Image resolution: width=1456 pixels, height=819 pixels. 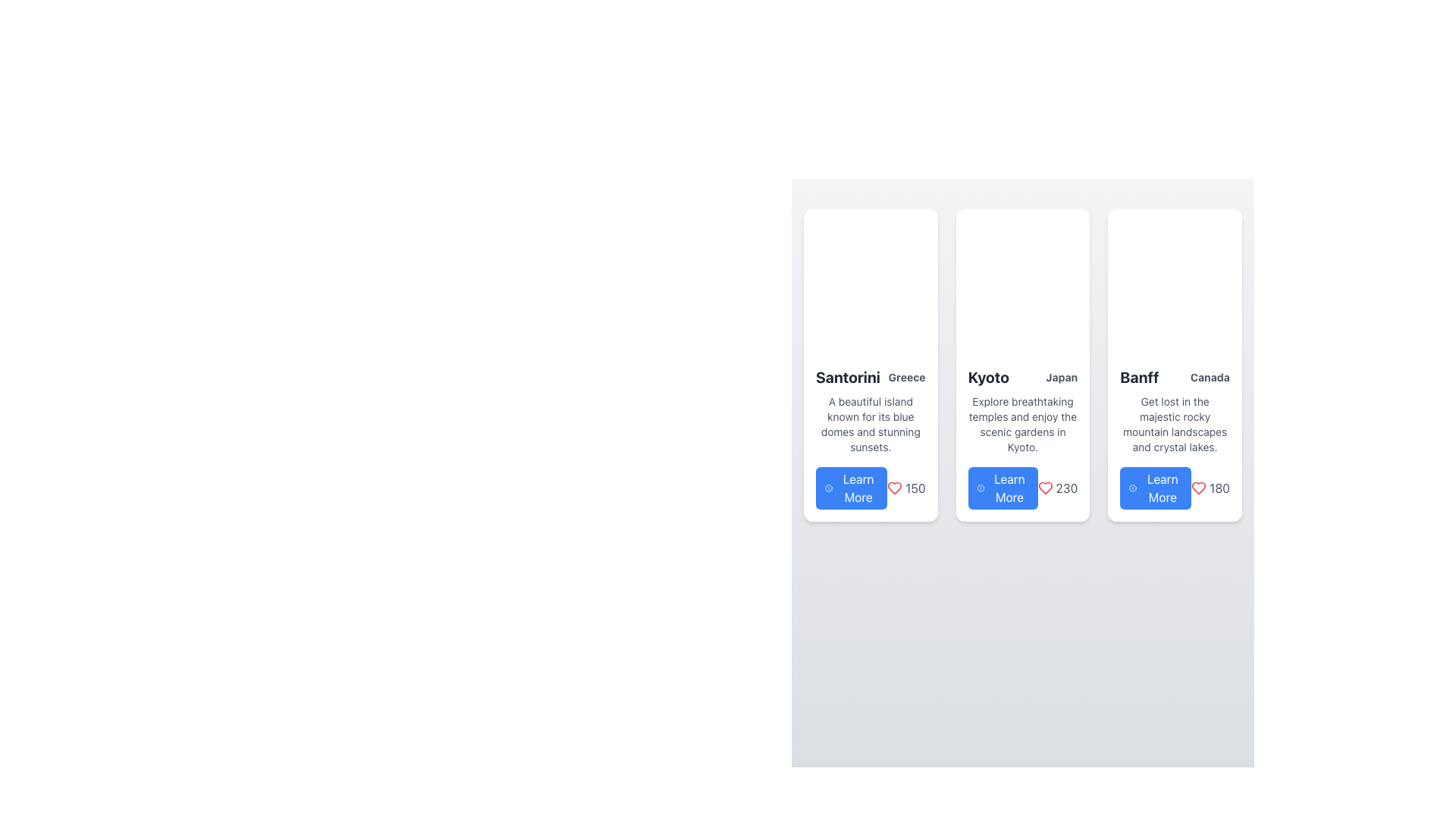 I want to click on the small text label that reads 'Japan', which is styled in gray and positioned directly to the right of the title 'Kyoto' within the card layout for 'Kyoto', so click(x=1061, y=376).